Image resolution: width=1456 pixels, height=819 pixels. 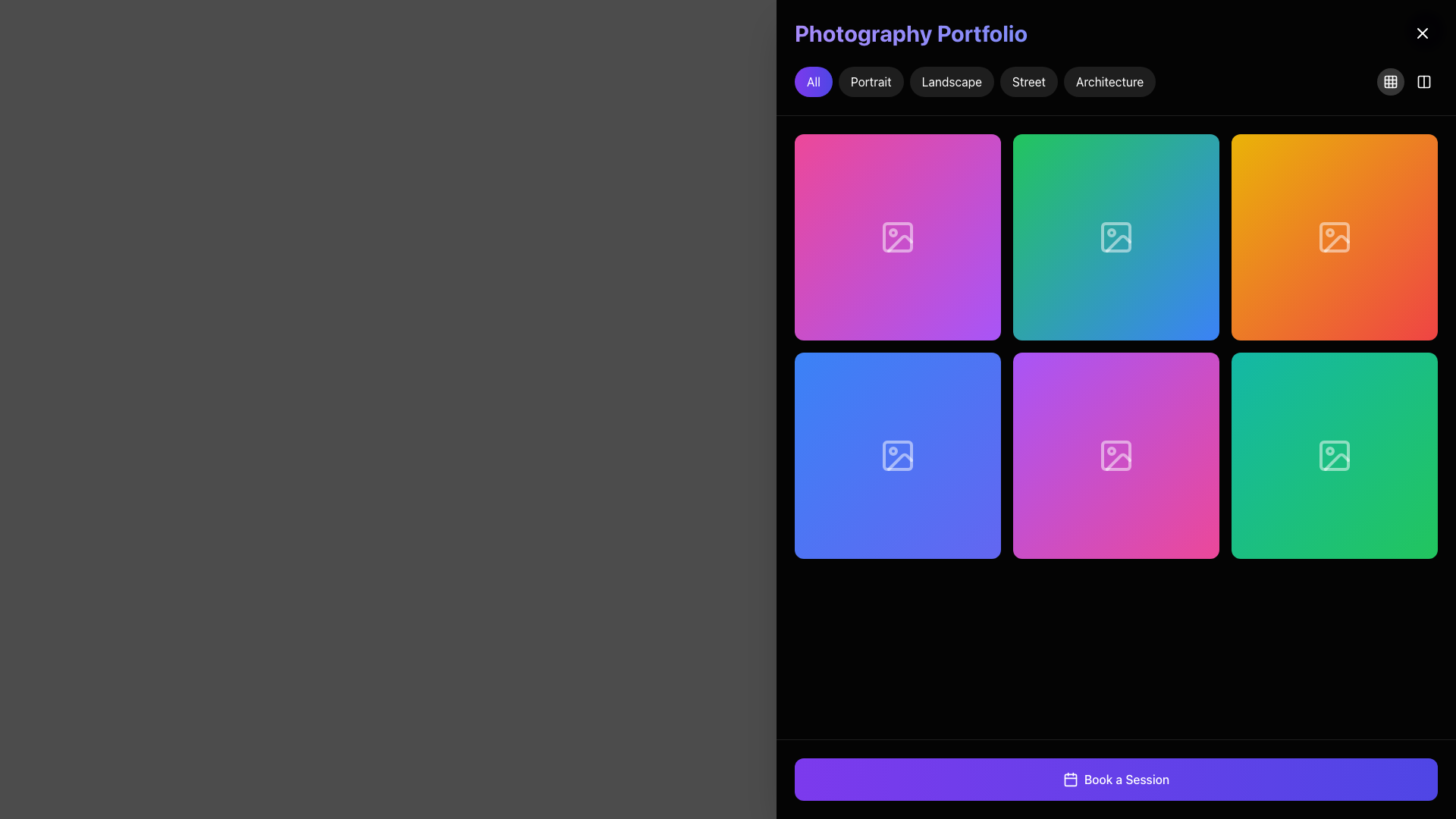 I want to click on the visual tile component with a gradient background transitioning from green to blue, which features a camera icon in its center, so click(x=1116, y=237).